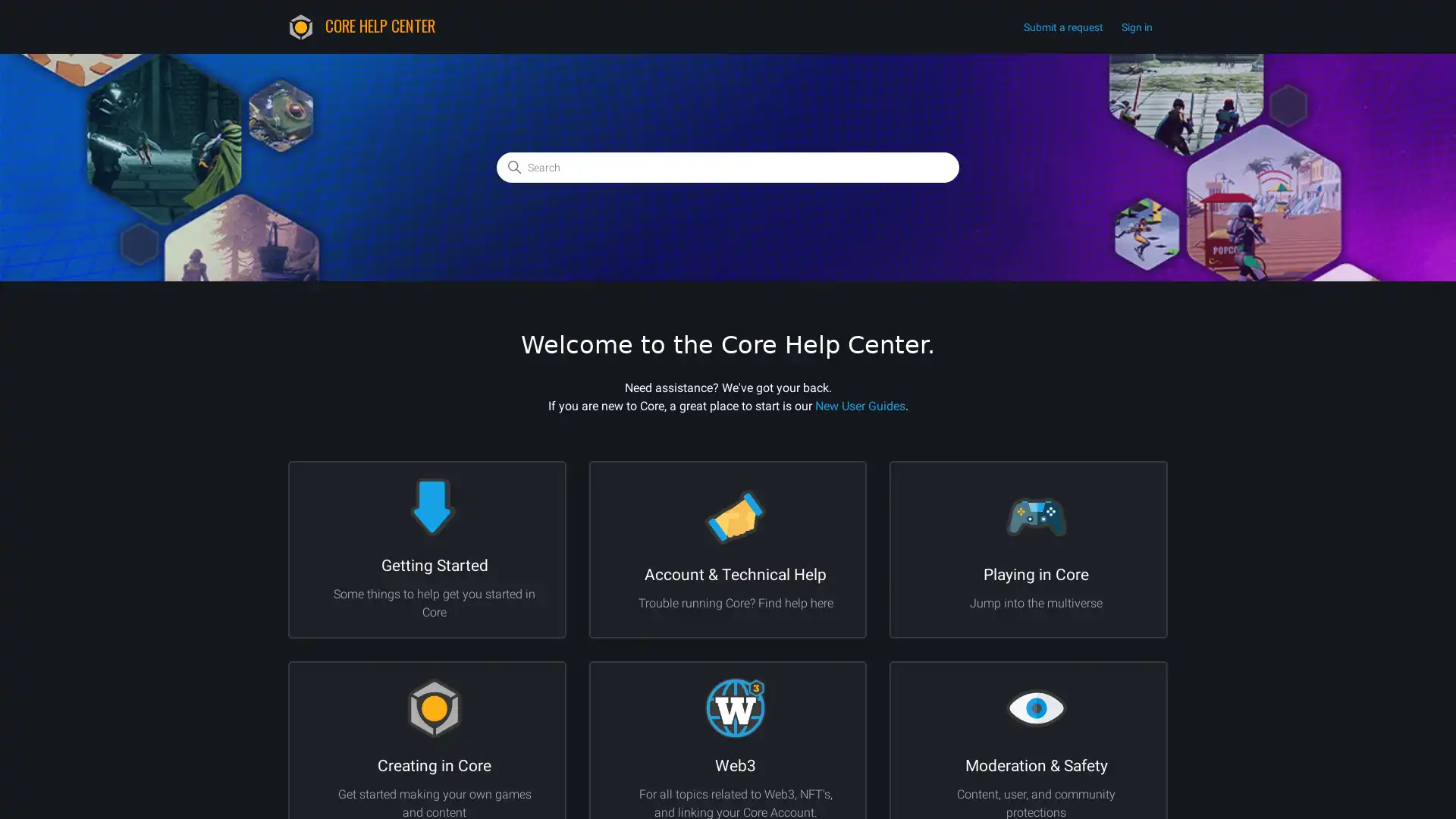 This screenshot has width=1456, height=819. What do you see at coordinates (1144, 27) in the screenshot?
I see `Sign in` at bounding box center [1144, 27].